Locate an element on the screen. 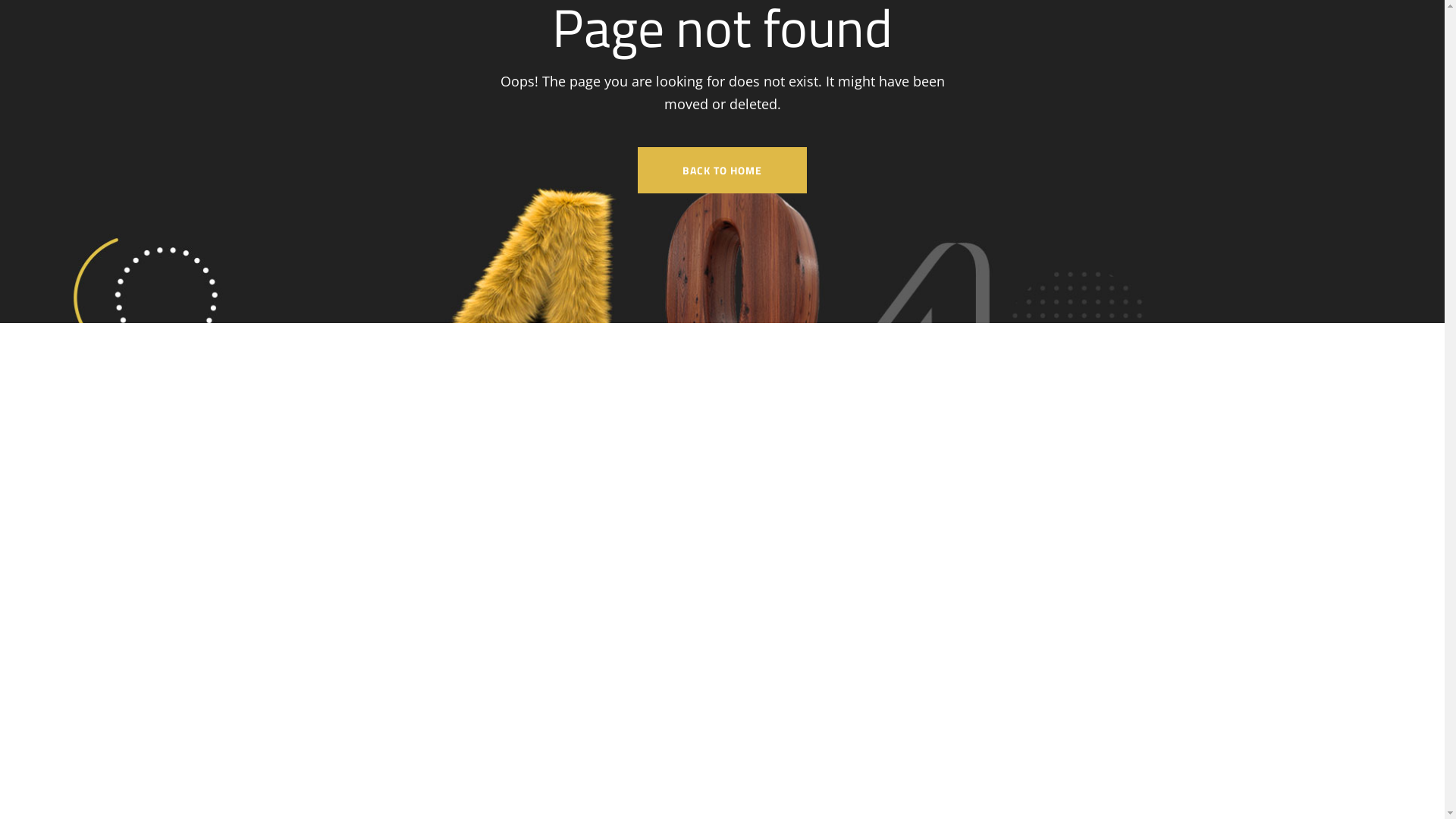 The width and height of the screenshot is (1456, 819). 'BACK TO HOME' is located at coordinates (721, 170).